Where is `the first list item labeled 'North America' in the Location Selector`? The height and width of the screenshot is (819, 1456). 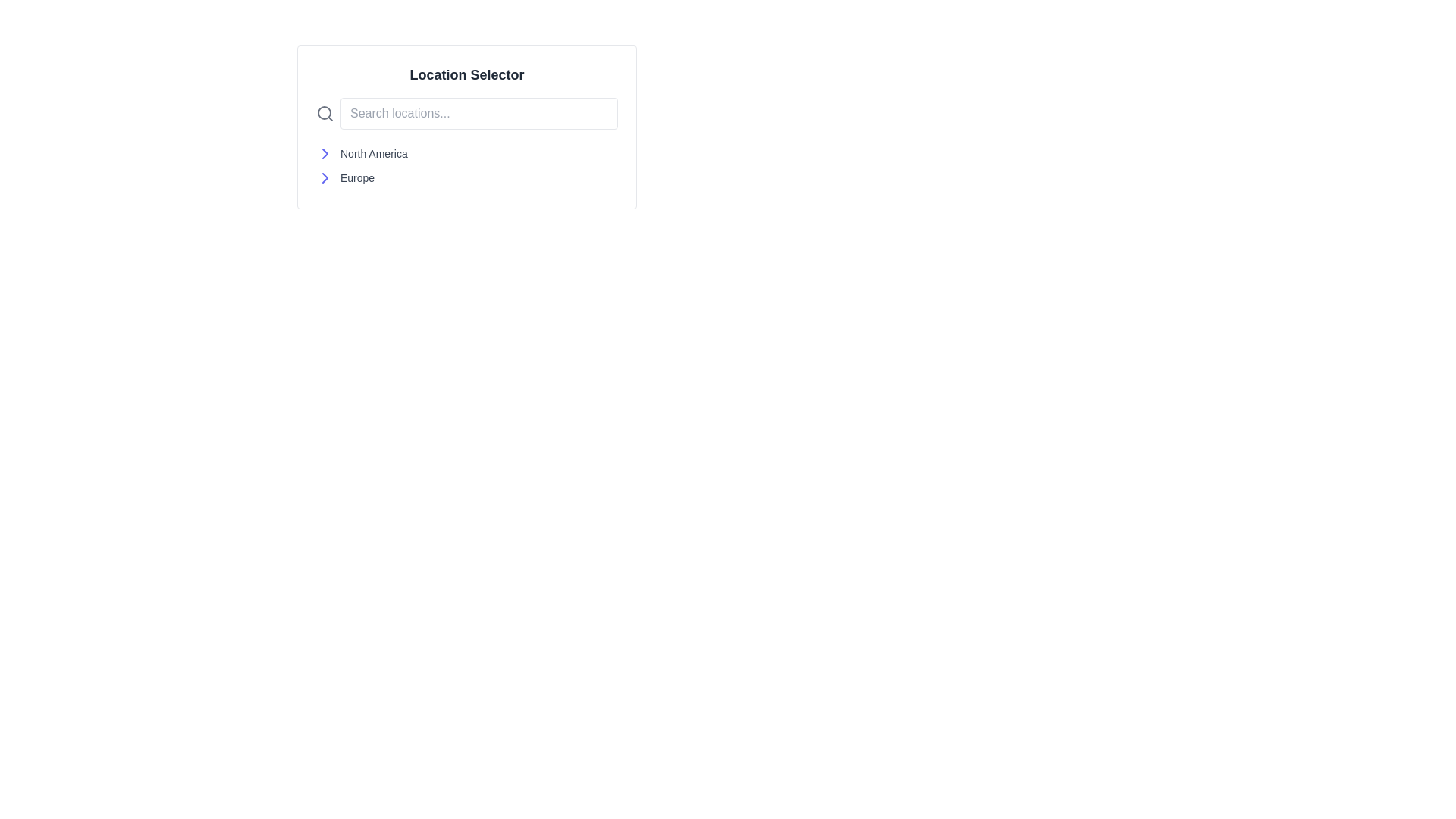 the first list item labeled 'North America' in the Location Selector is located at coordinates (466, 154).